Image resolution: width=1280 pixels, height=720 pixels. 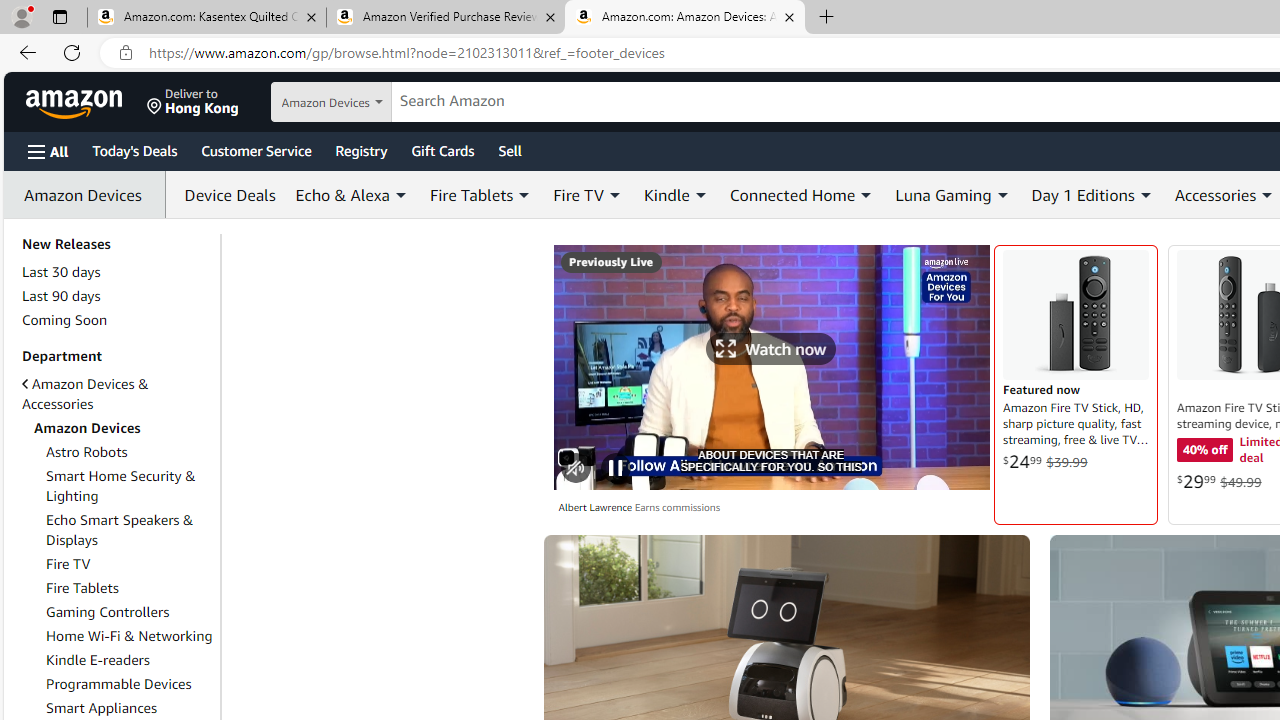 I want to click on 'Earns commissions', so click(x=676, y=506).